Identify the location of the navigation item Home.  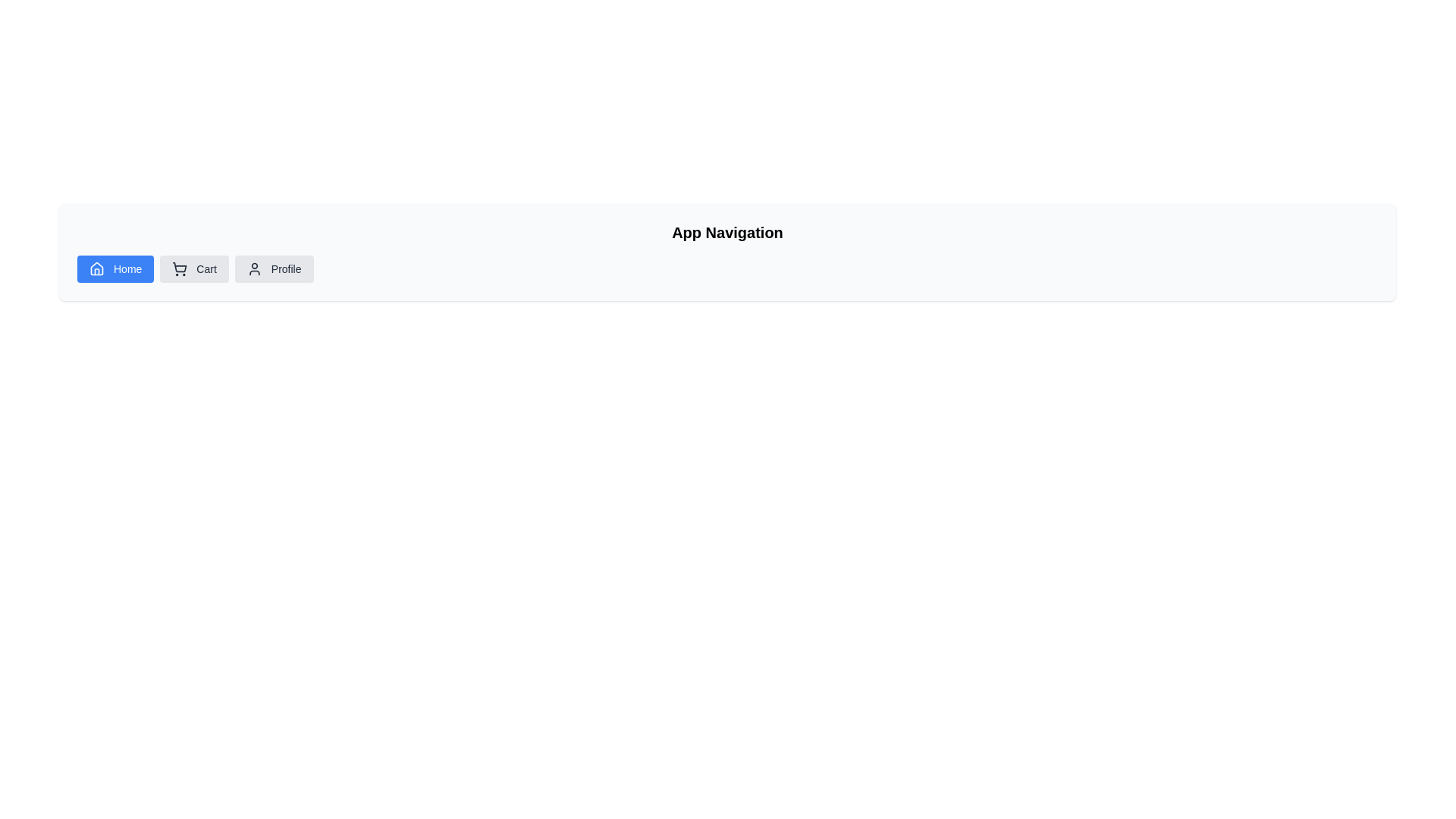
(115, 268).